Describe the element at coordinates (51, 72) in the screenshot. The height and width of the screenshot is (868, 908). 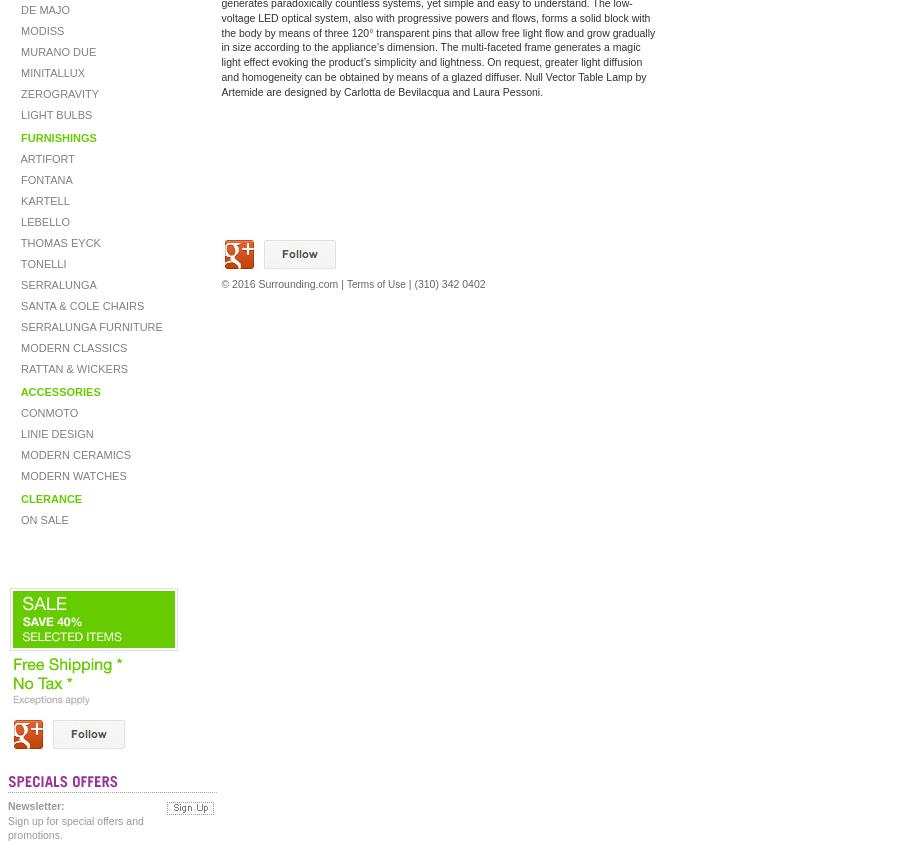
I see `'MINITALLUX'` at that location.